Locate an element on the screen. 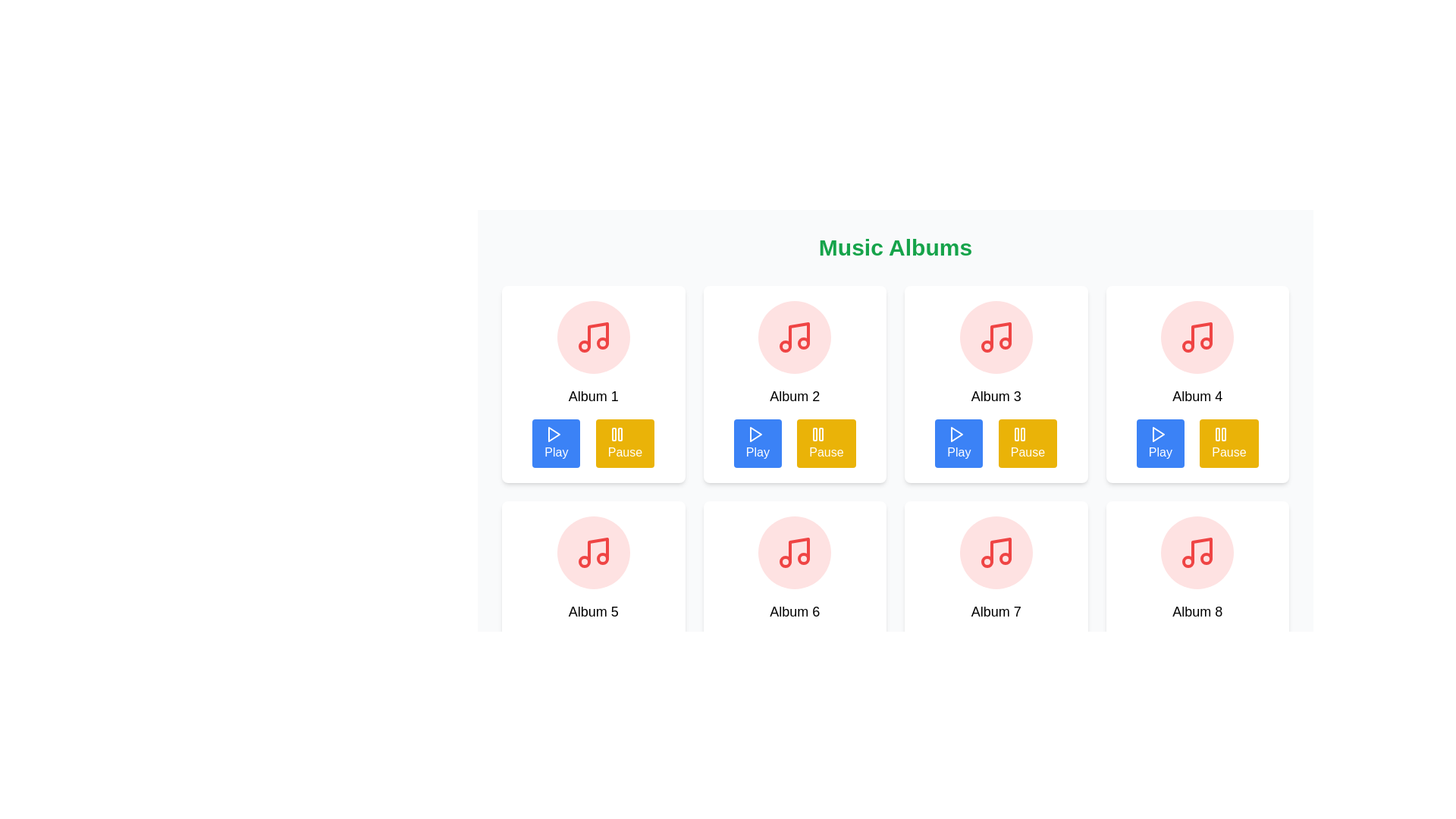 This screenshot has width=1456, height=819. the yellow 'Pause' button with rounded corners located to the right of the blue 'Play' button is located at coordinates (625, 444).